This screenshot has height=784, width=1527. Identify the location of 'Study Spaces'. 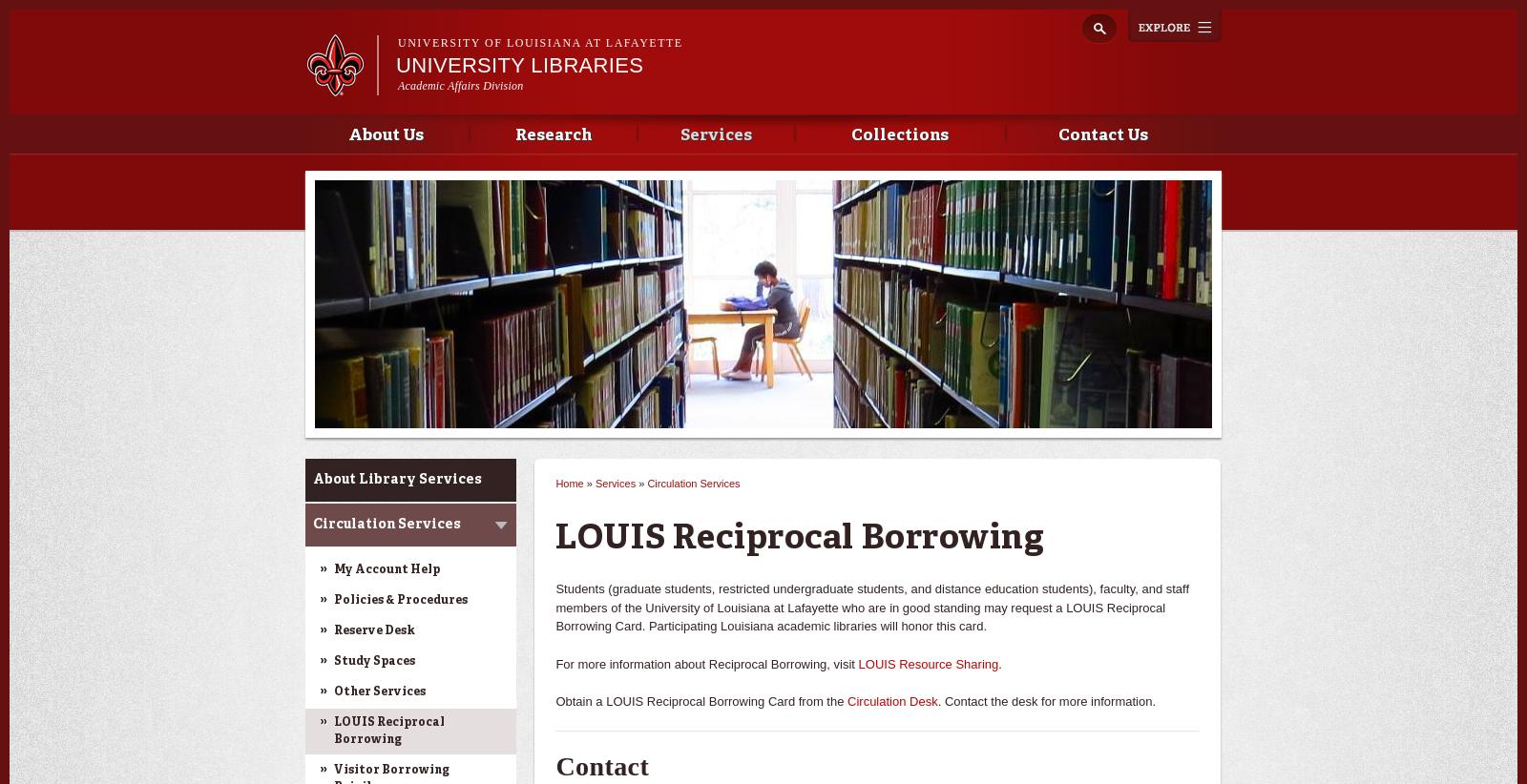
(374, 661).